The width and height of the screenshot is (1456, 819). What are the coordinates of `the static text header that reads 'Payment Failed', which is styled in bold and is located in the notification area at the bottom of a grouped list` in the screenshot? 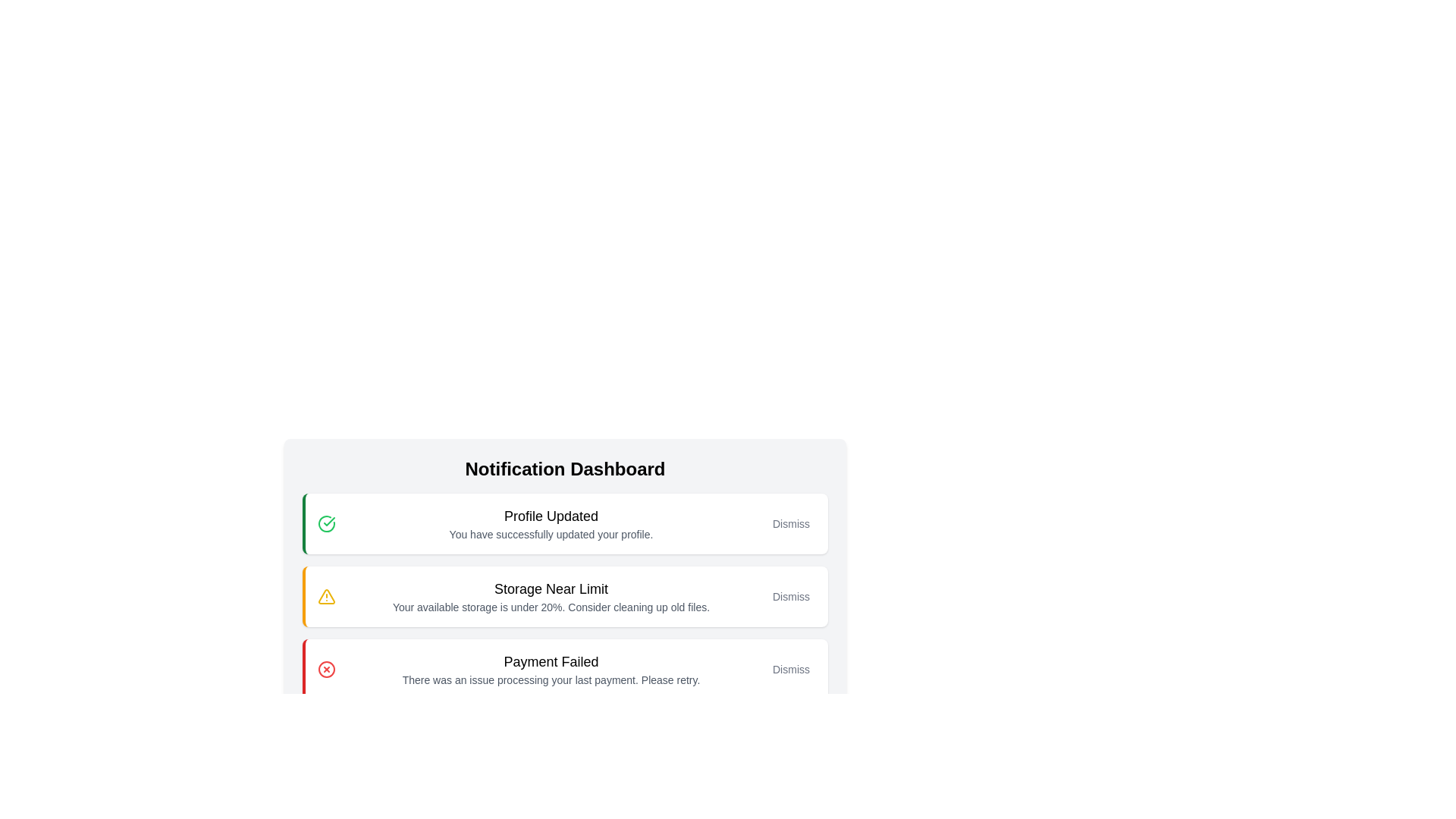 It's located at (550, 661).